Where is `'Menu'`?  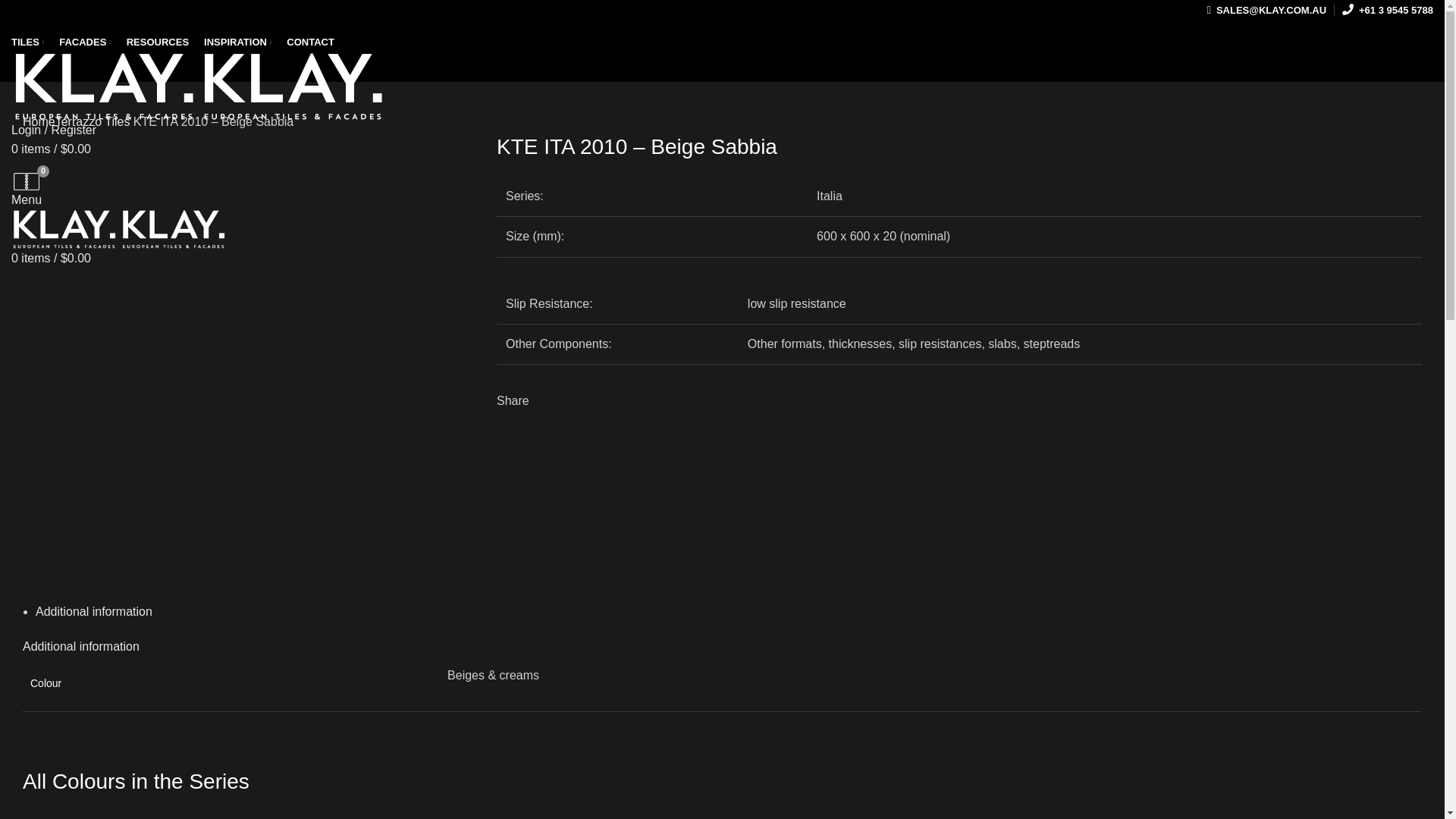
'Menu' is located at coordinates (26, 199).